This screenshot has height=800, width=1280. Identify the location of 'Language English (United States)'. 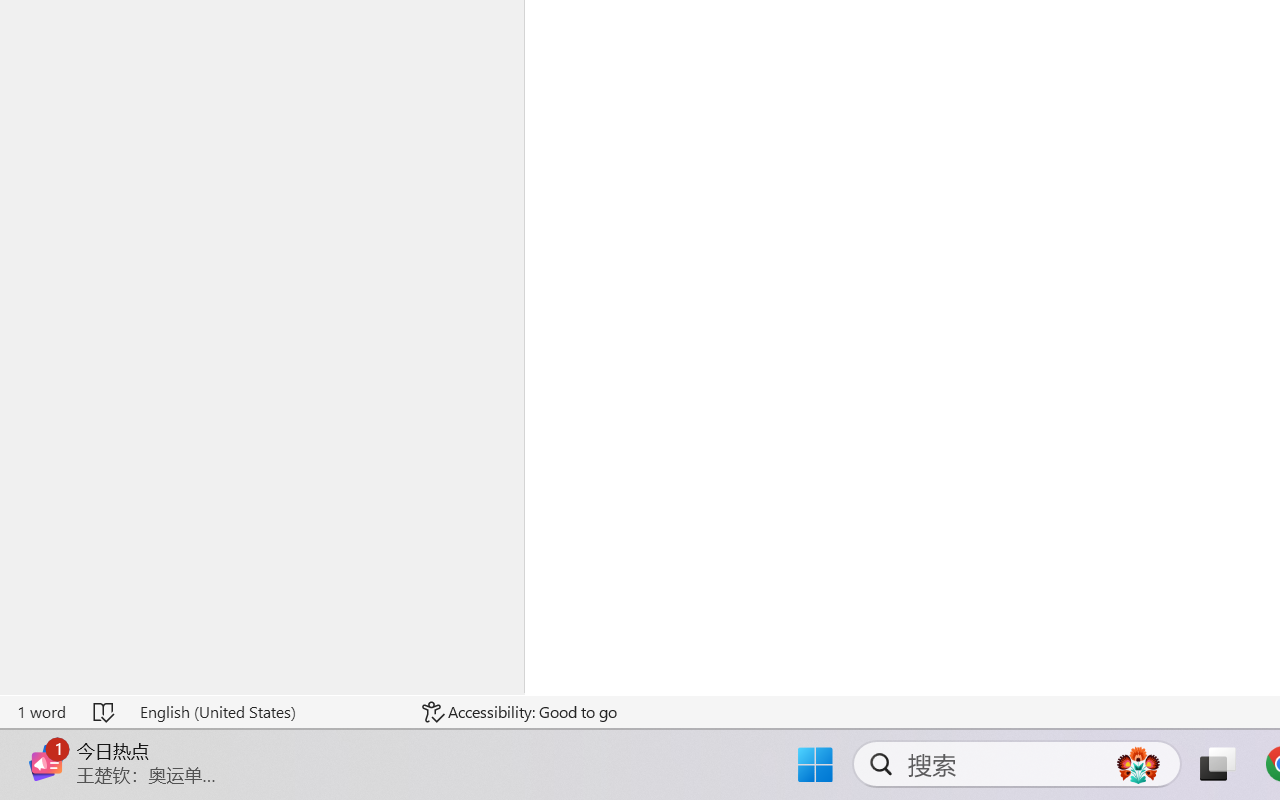
(266, 711).